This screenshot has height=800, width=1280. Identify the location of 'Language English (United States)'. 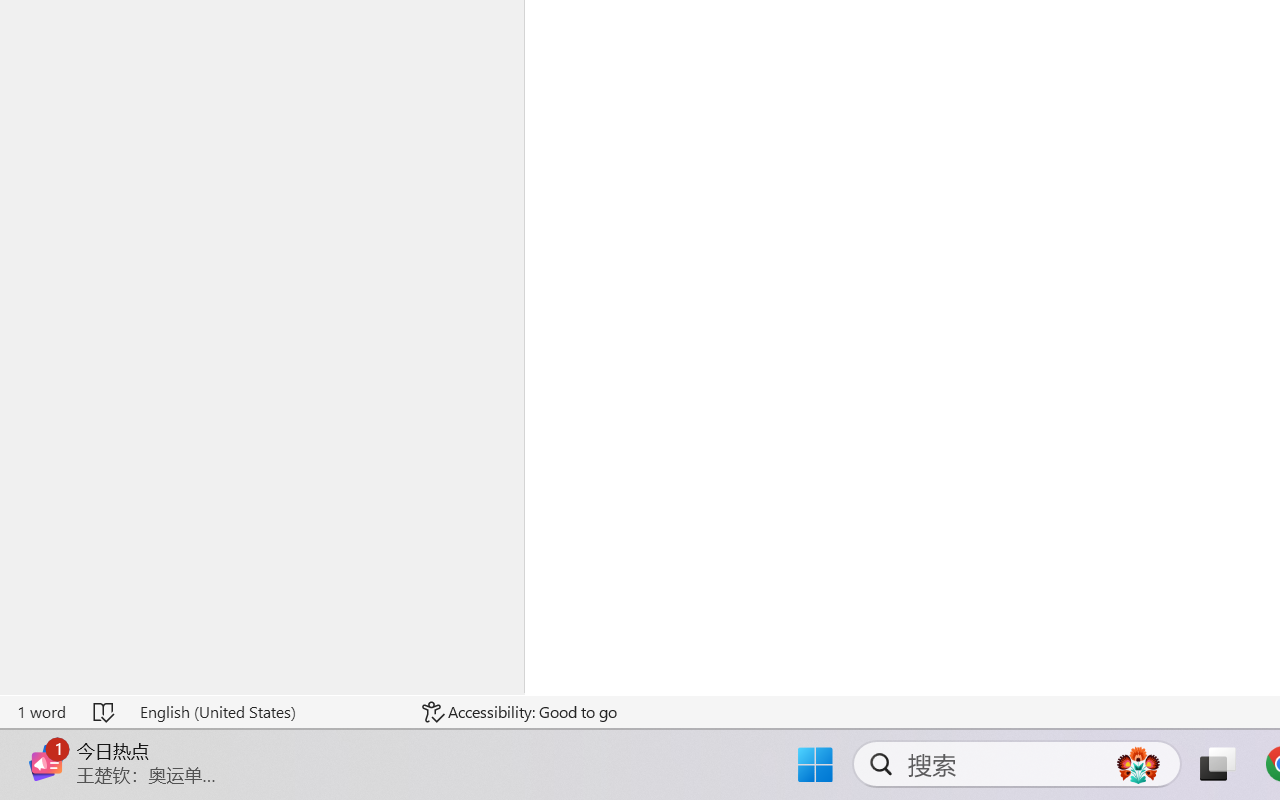
(266, 711).